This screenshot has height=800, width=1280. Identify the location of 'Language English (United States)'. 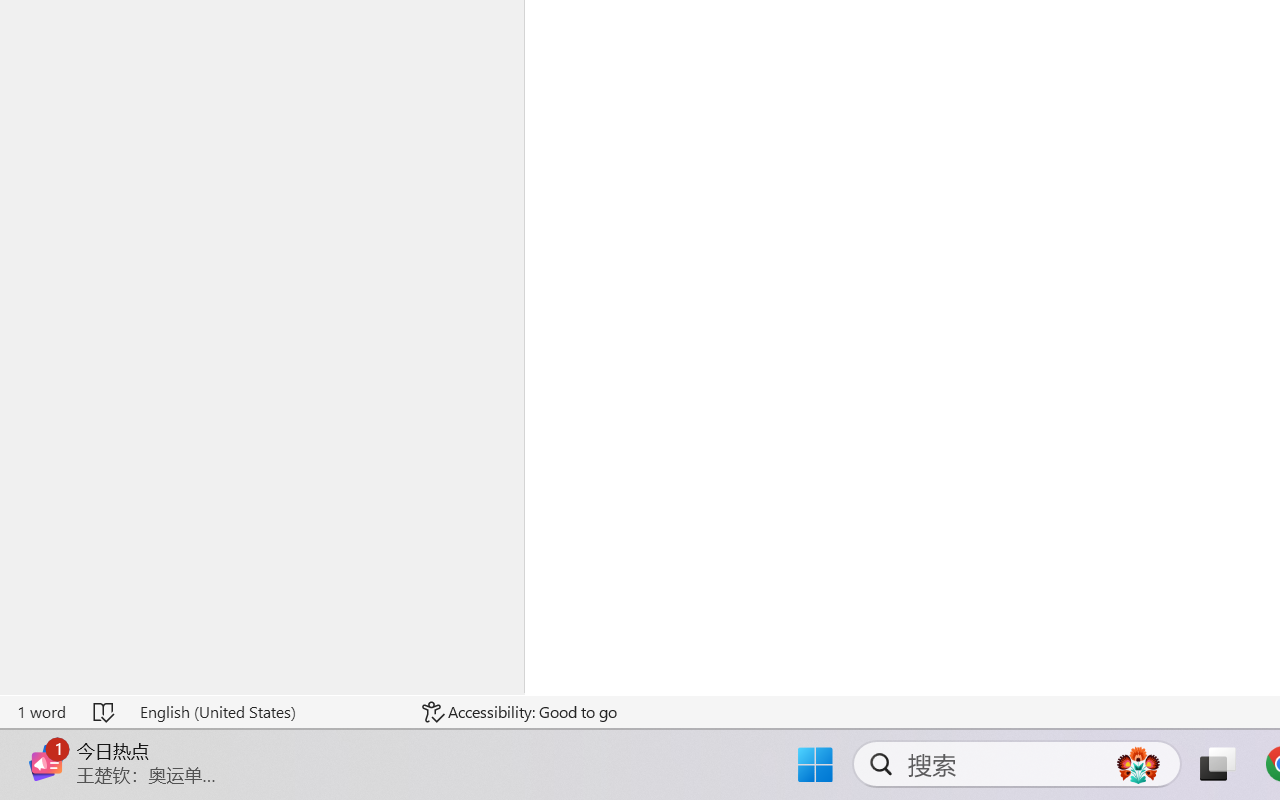
(266, 711).